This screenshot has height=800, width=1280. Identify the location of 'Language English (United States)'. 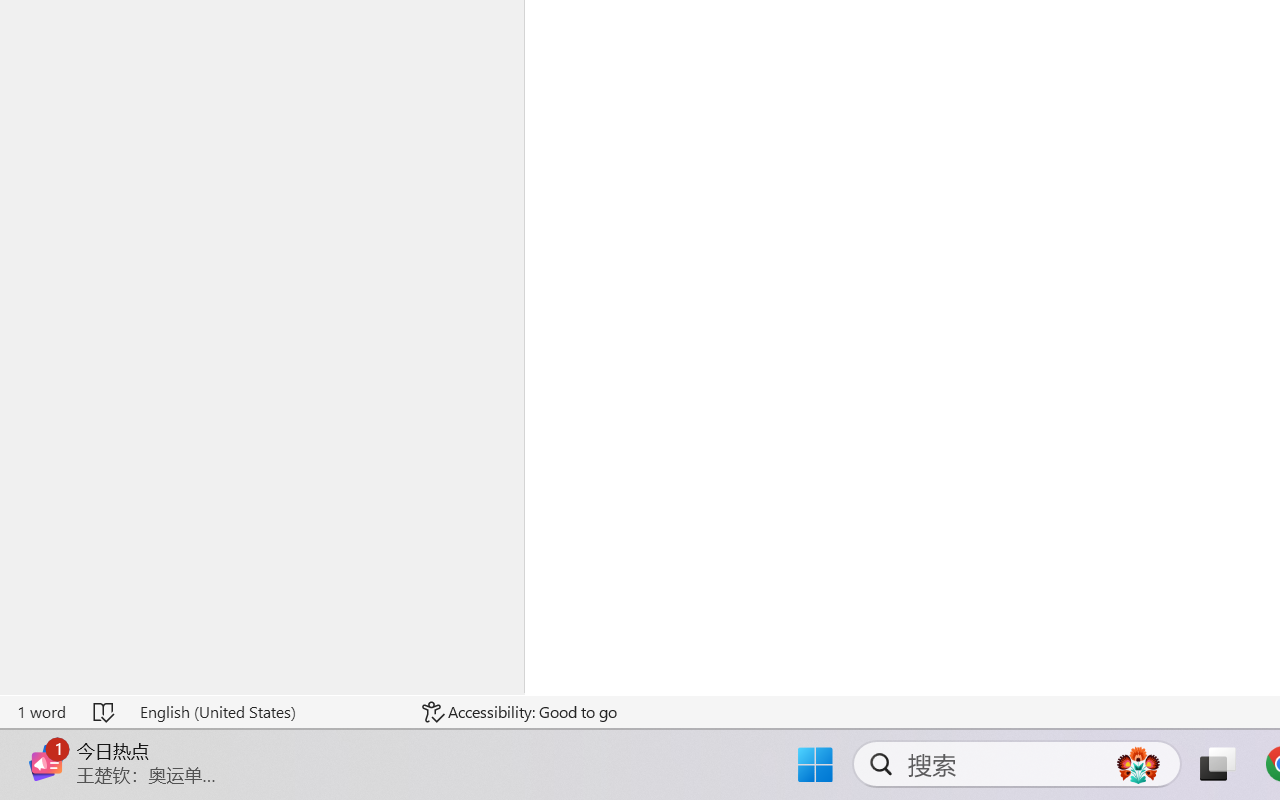
(266, 711).